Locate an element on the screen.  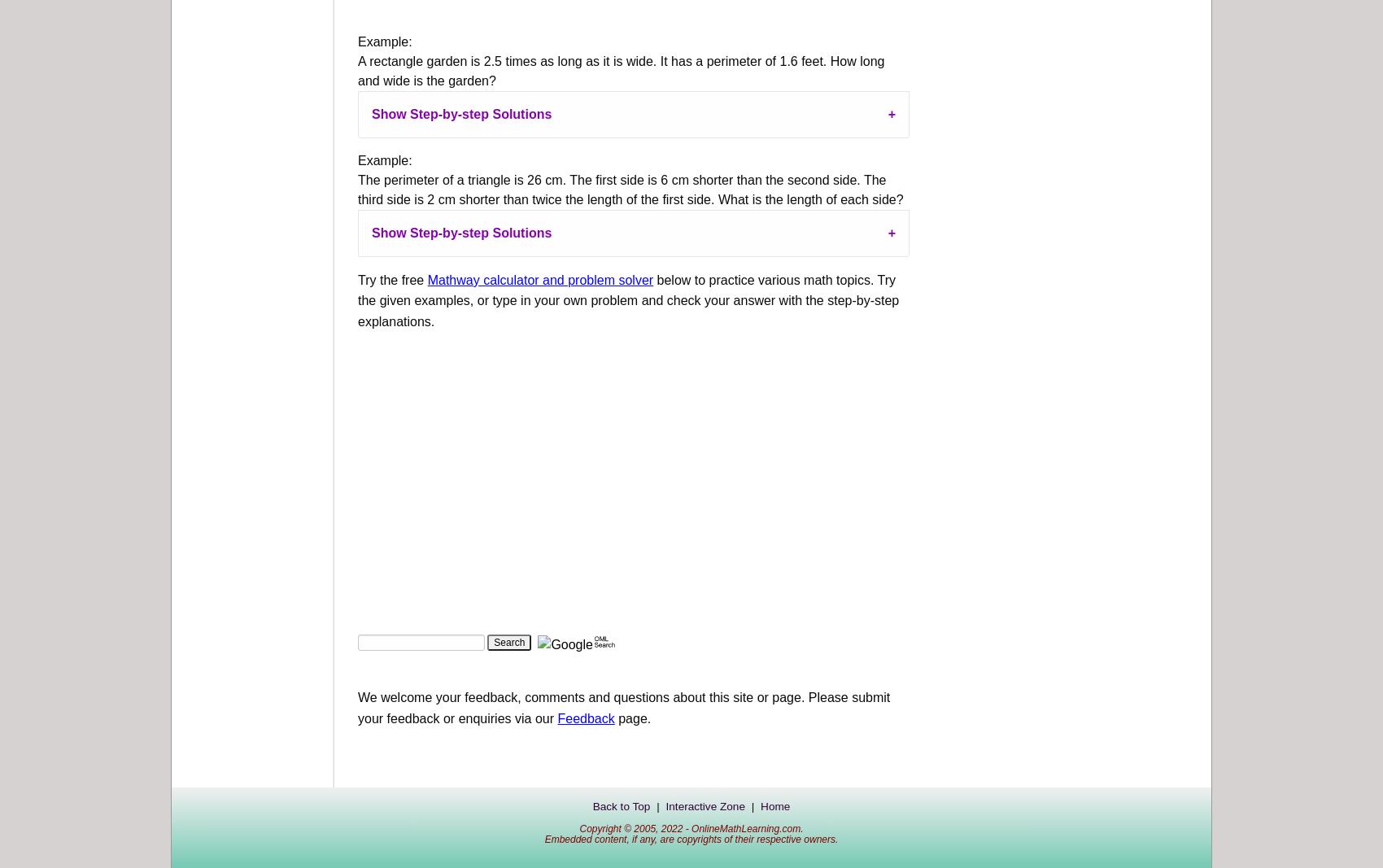
'The perimeter of a triangle is 26 cm. The first side is 6 cm shorter than the second side. The third side is 2 cm shorter than twice the length of the first side. What is the length of each side?' is located at coordinates (630, 189).